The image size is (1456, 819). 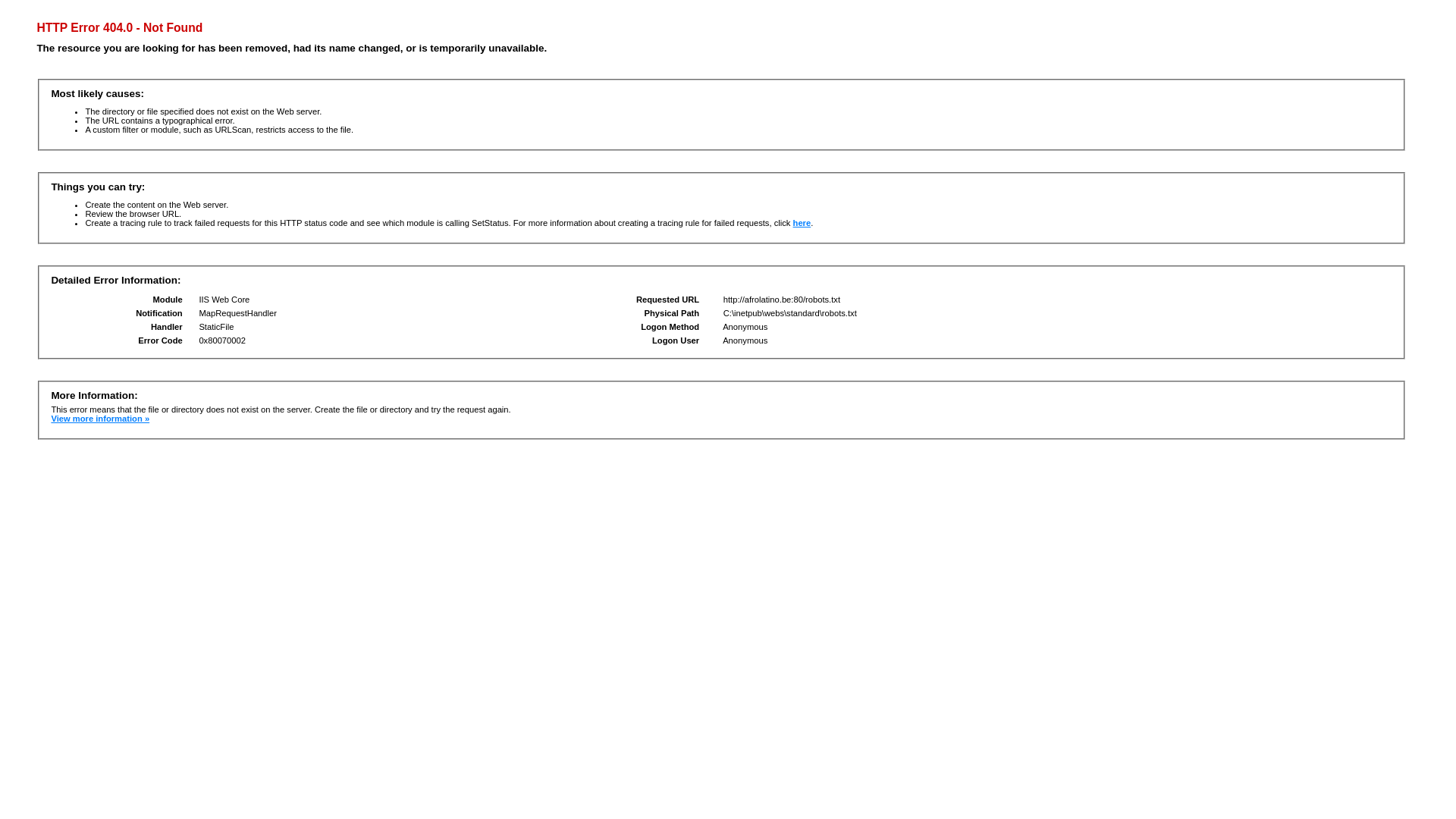 I want to click on 'here', so click(x=801, y=222).